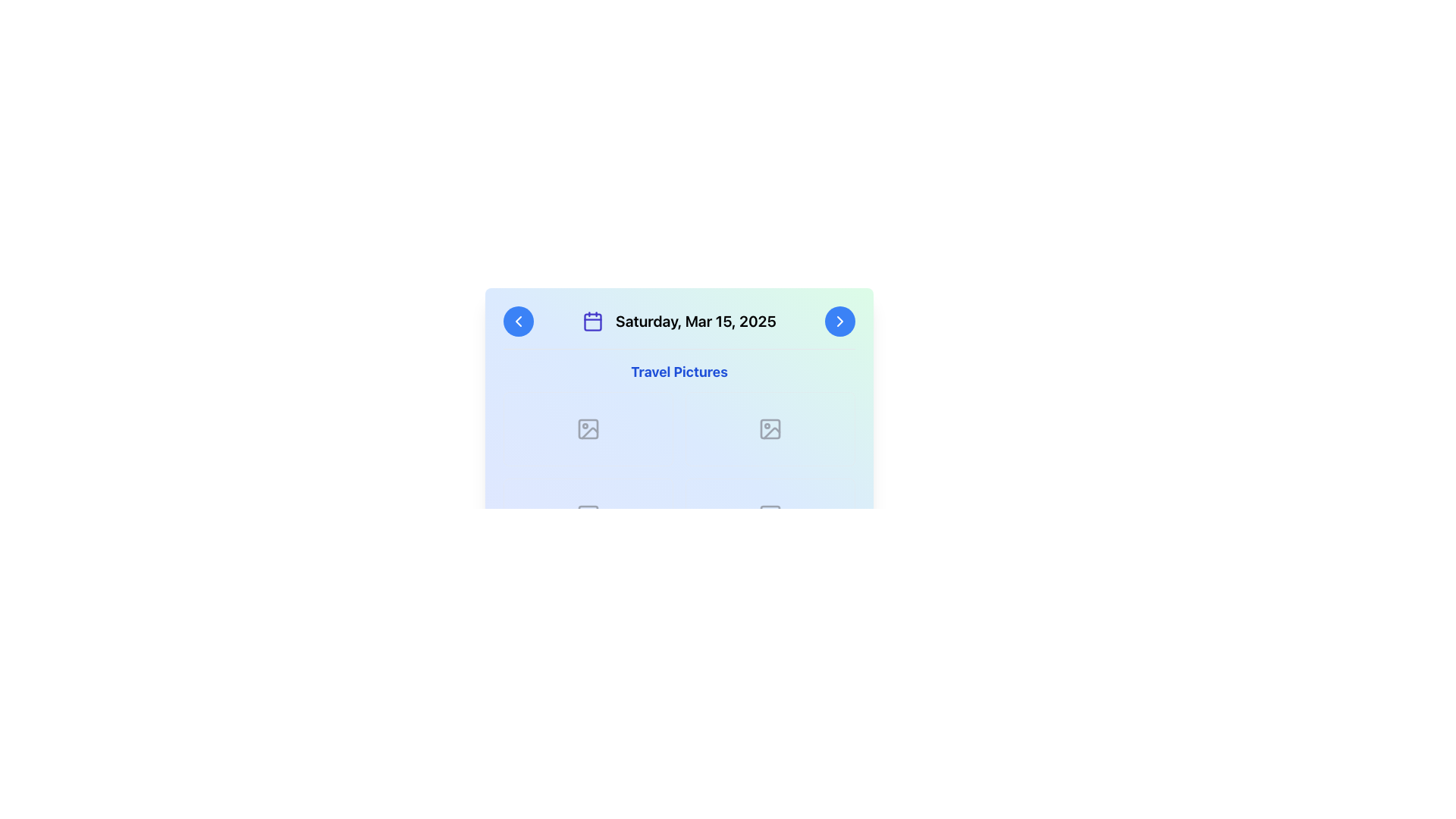 This screenshot has height=819, width=1456. I want to click on the rectangular-shaped component with a slight border radius within the calendar-themed SVG icon, located at the upper-middle part of the icon, so click(592, 322).